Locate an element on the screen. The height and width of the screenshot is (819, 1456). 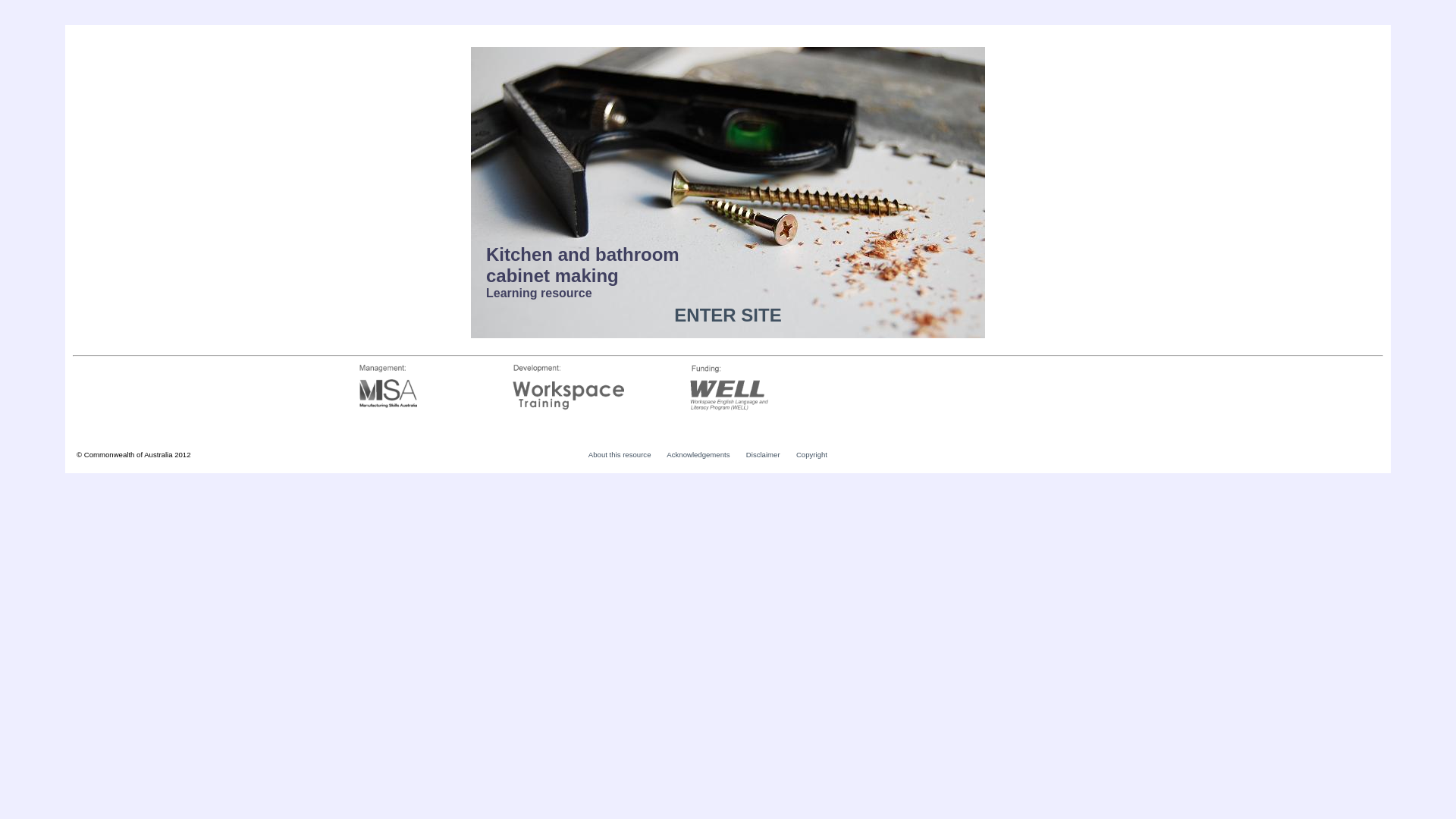
'Disclaimer' is located at coordinates (763, 453).